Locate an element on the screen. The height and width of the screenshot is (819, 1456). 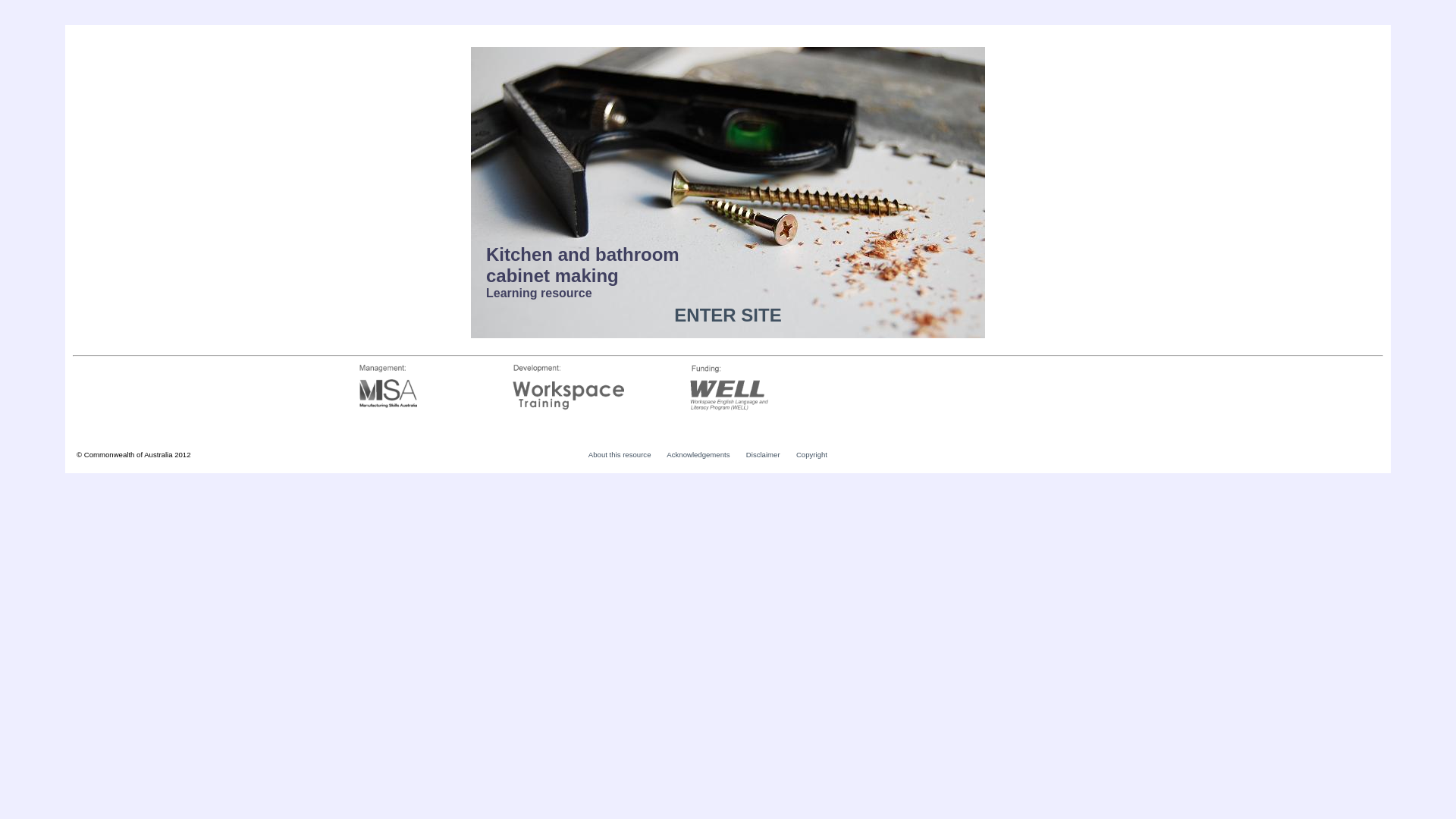
'Disclaimer' is located at coordinates (763, 453).